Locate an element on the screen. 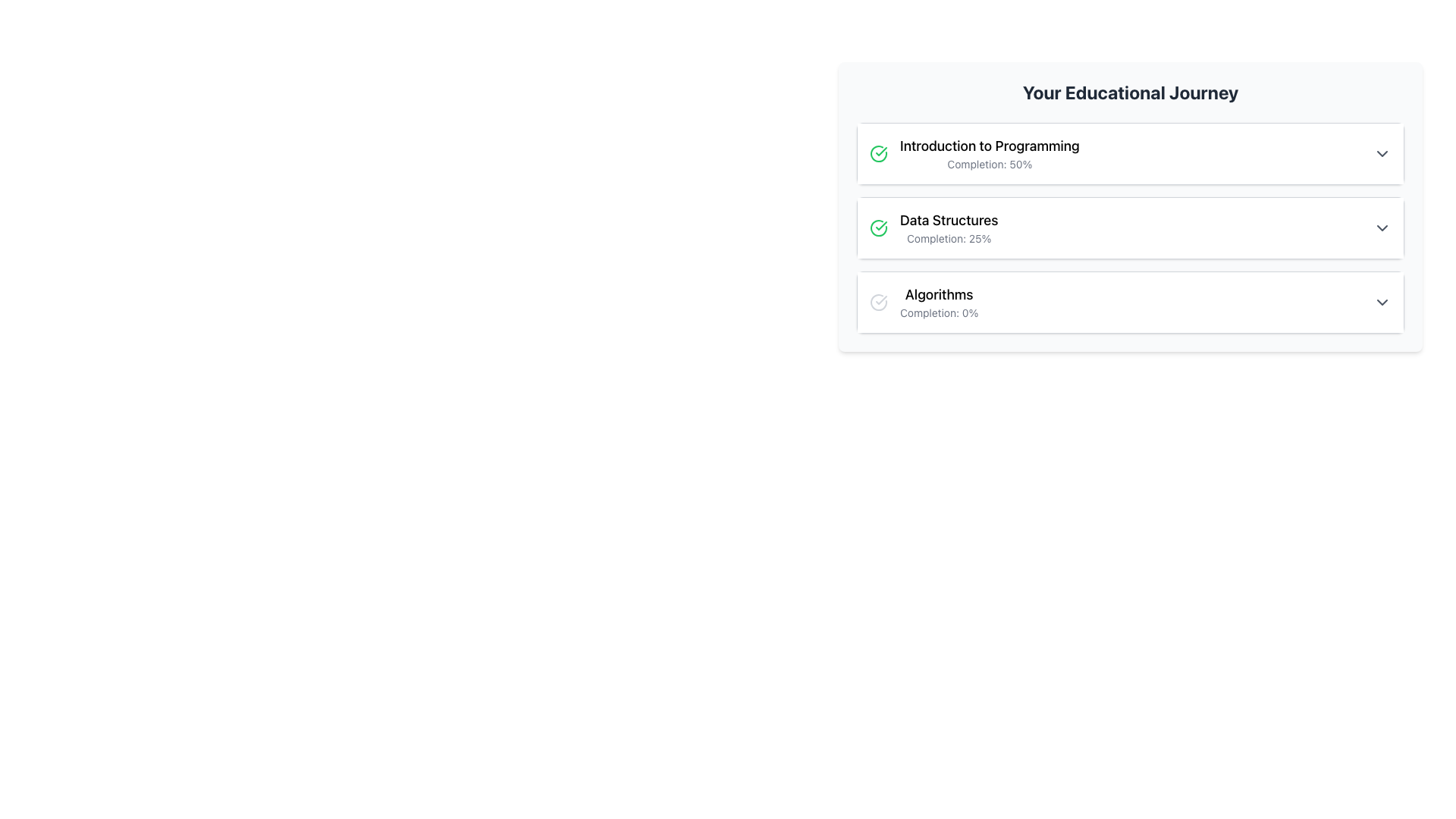 The width and height of the screenshot is (1456, 819). the second item in the 'Your Educational Journey' list is located at coordinates (1131, 227).